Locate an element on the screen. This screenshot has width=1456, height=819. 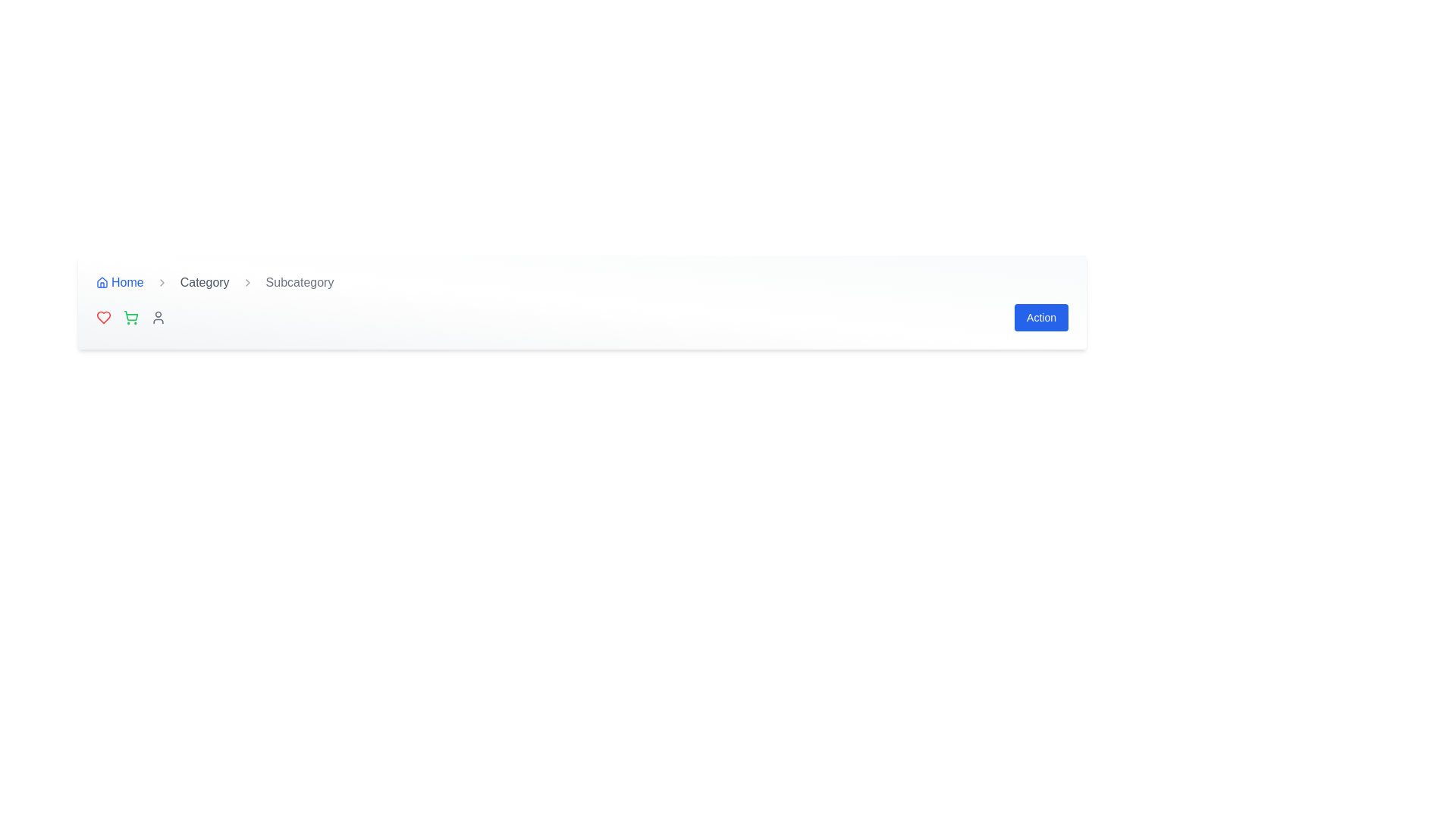
the user profile icon, depicted as a gray silhouette of a person in a circle, located as the rightmost icon among three icons at the bottom-right of the interface is located at coordinates (158, 317).